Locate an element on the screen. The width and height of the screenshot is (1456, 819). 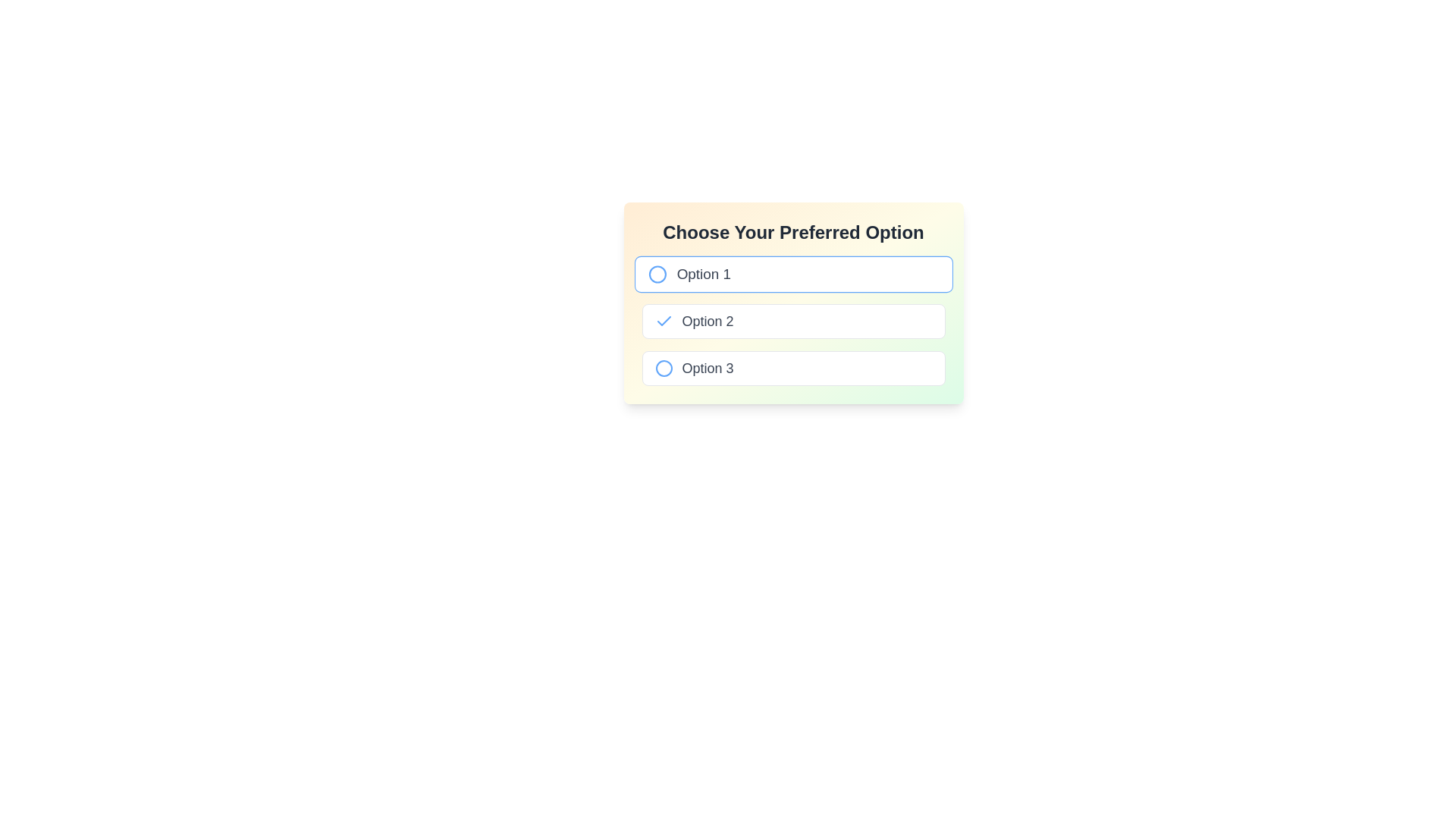
the radio button associated with 'Option 3', which is visually indicated by the text label in the bottom row of the selection options is located at coordinates (707, 369).